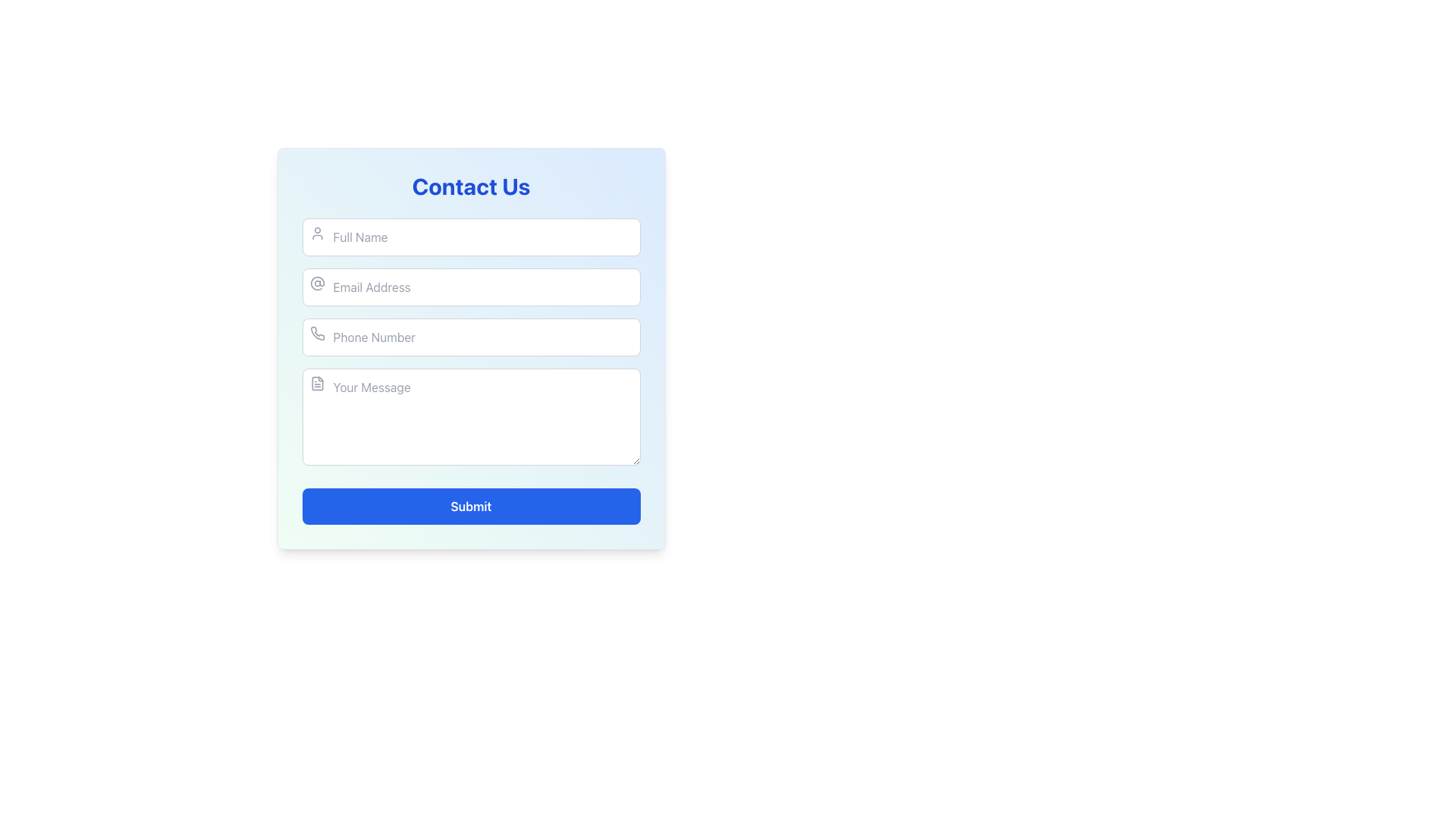 The image size is (1456, 819). What do you see at coordinates (470, 506) in the screenshot?
I see `the submission button for the 'Contact Us' form` at bounding box center [470, 506].